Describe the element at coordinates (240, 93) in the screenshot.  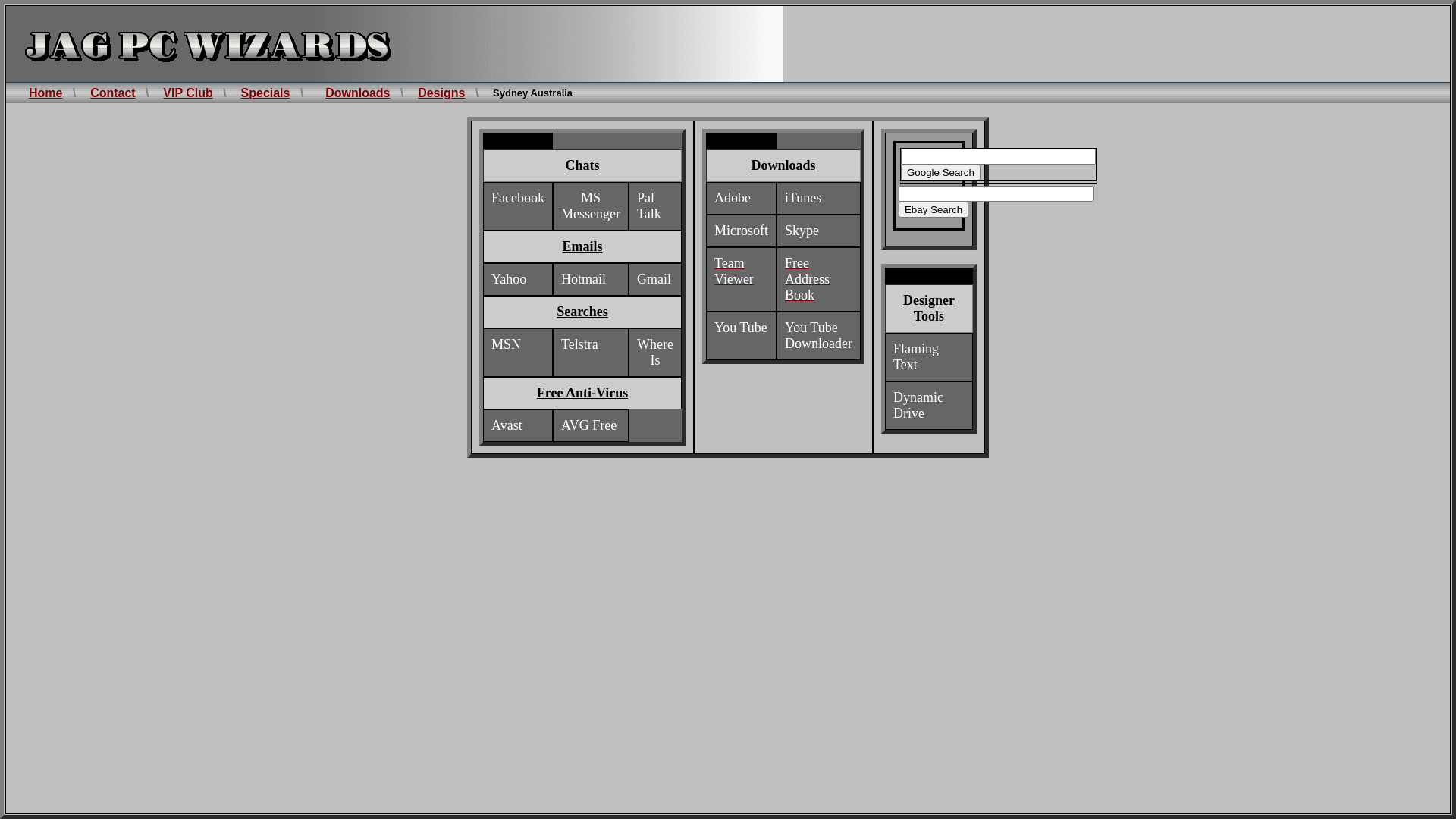
I see `'Specials'` at that location.